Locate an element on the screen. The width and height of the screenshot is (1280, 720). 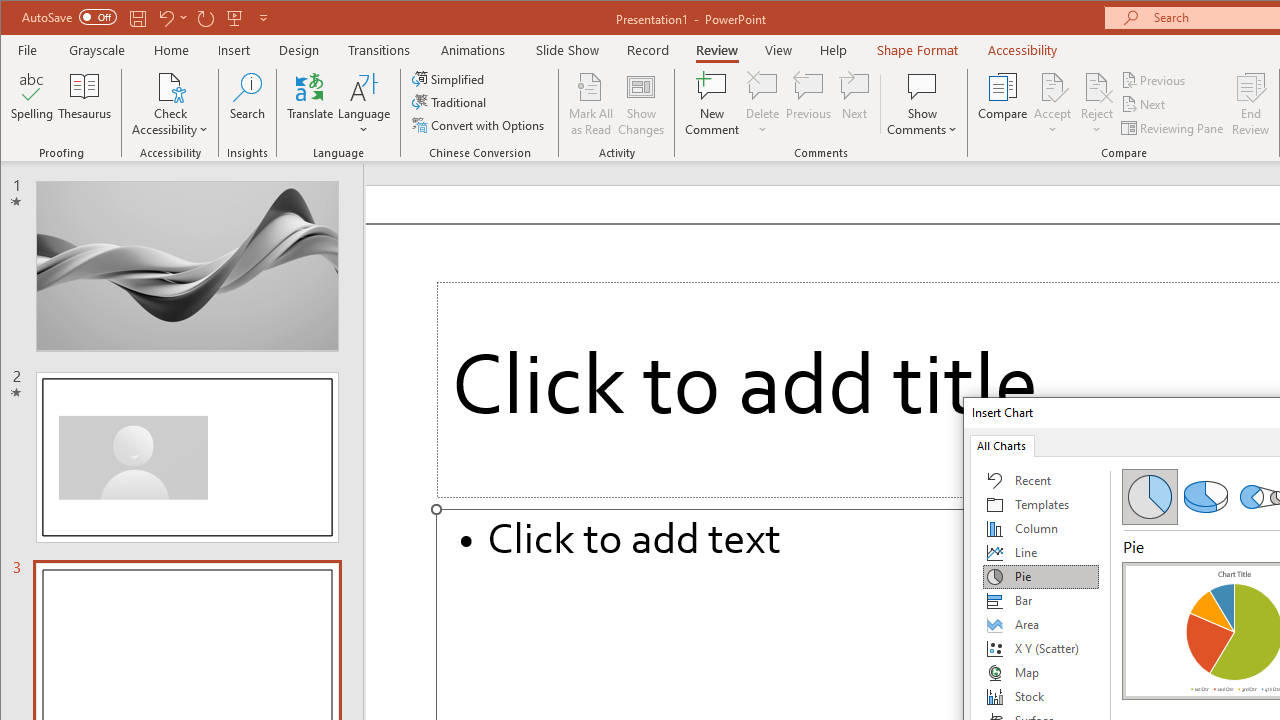
'Thesaurus...' is located at coordinates (84, 104).